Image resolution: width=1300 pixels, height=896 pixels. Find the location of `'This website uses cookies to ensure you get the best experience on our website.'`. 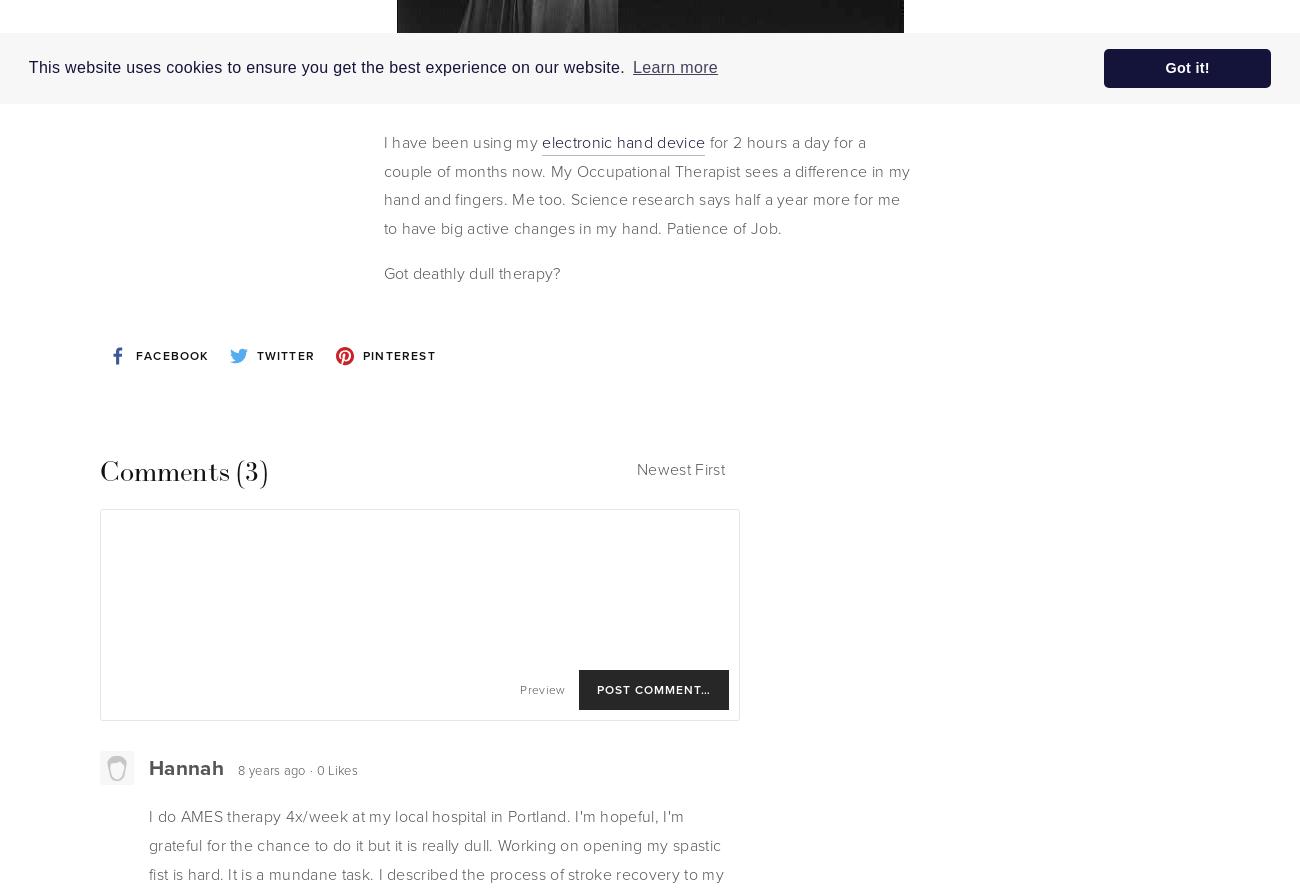

'This website uses cookies to ensure you get the best experience on our website.' is located at coordinates (327, 67).